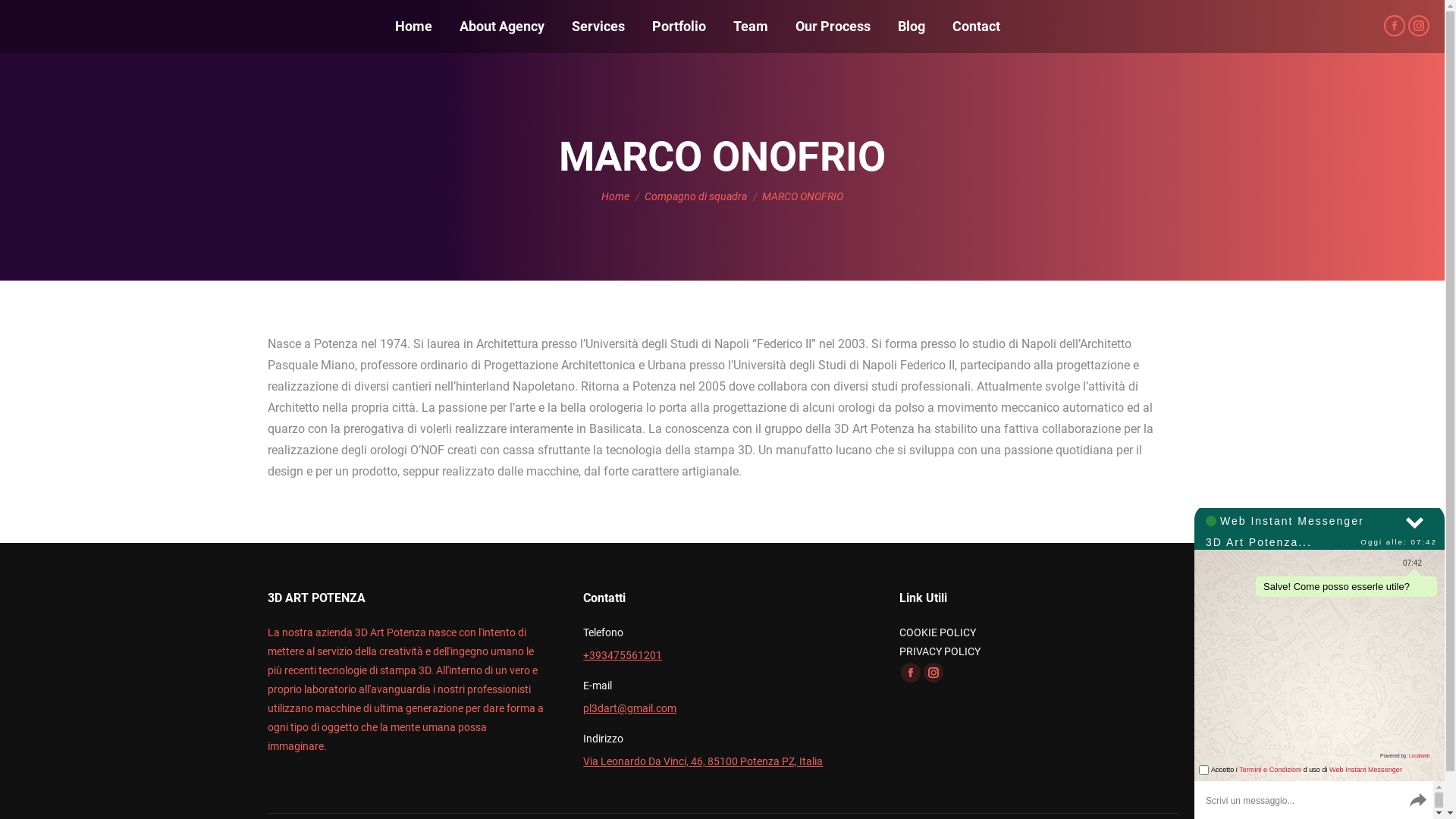  I want to click on 'Contact', so click(976, 26).